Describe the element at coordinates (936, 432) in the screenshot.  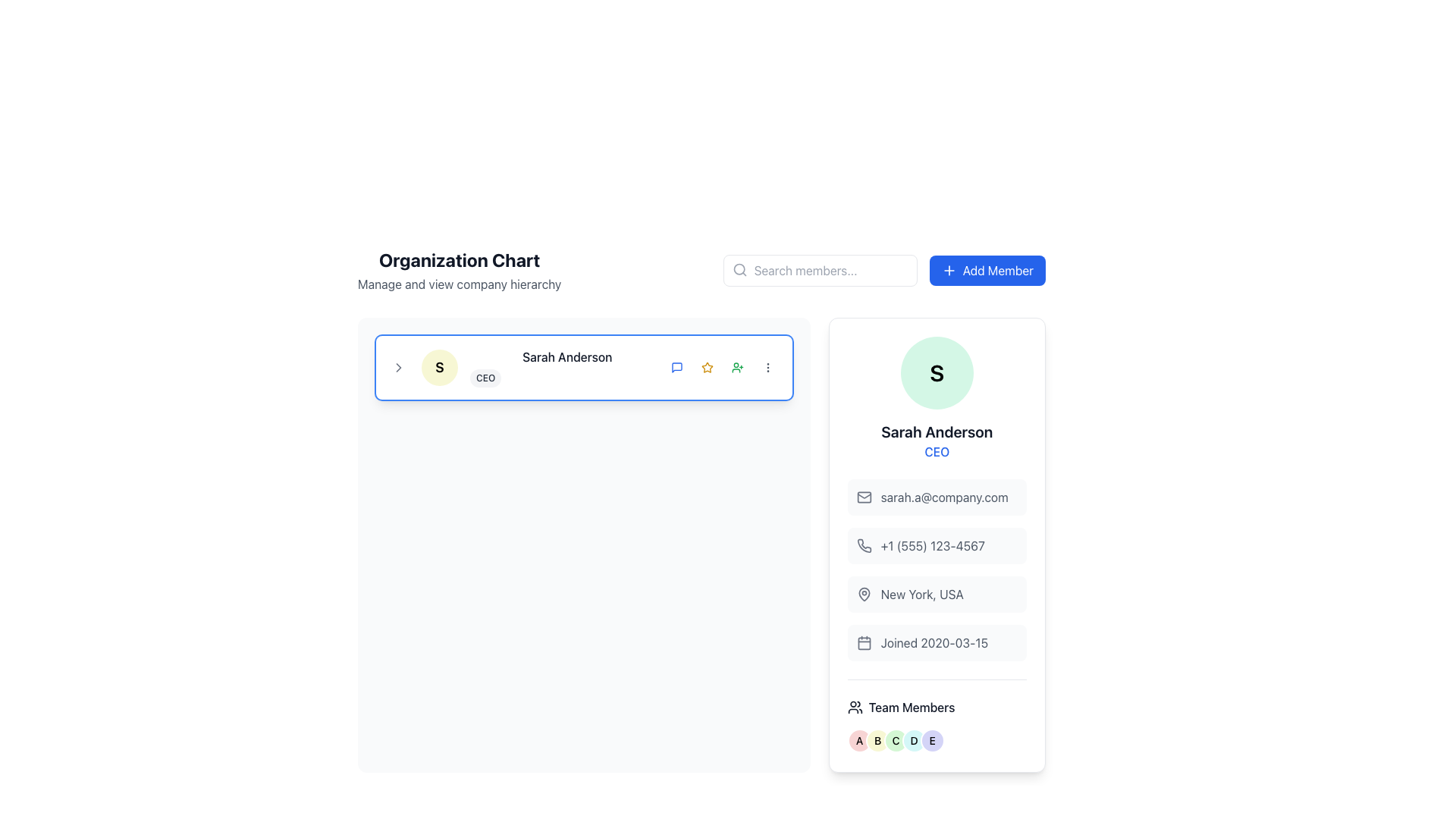
I see `the text label displaying the user's name, which is` at that location.